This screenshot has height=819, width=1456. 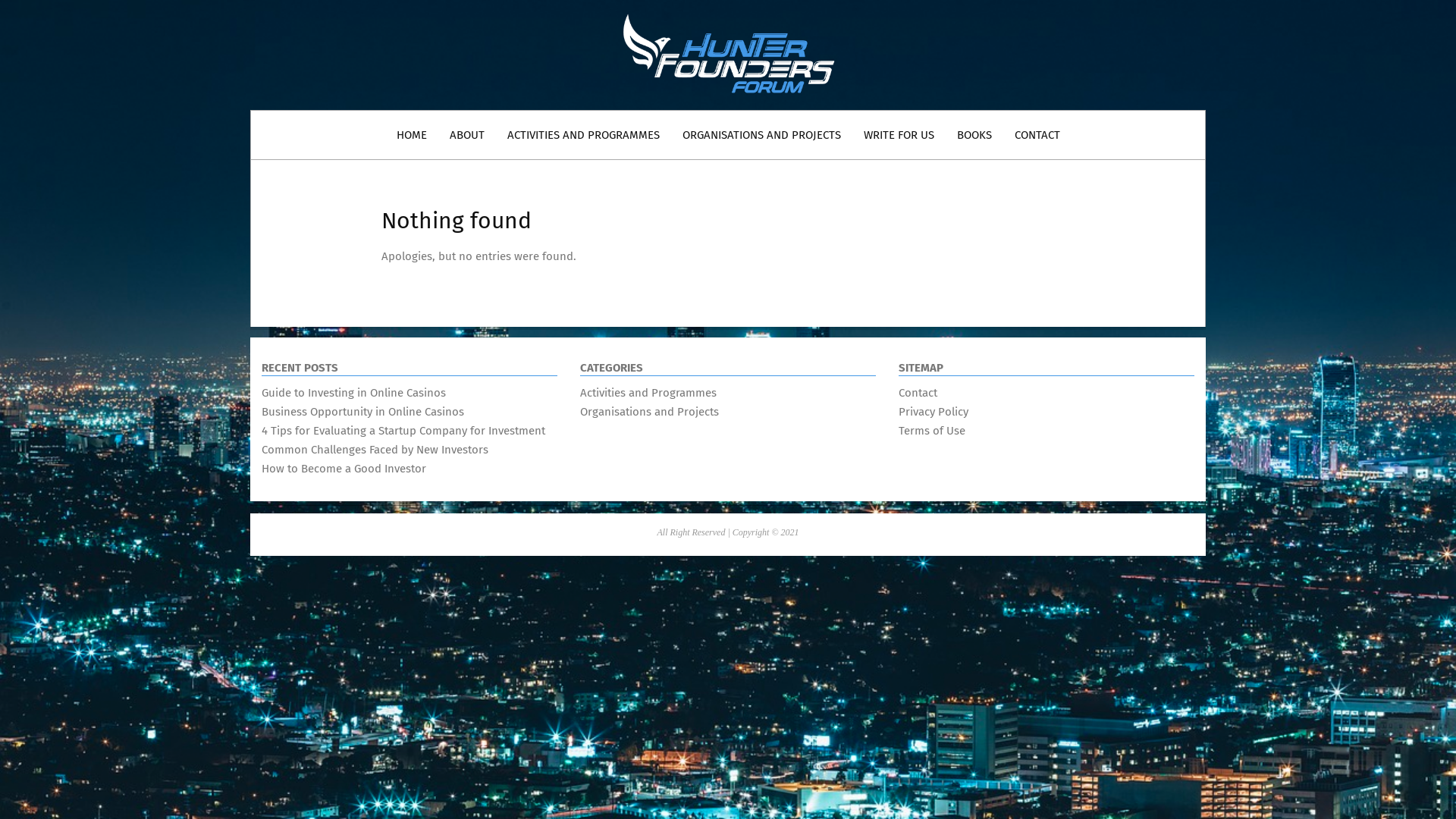 What do you see at coordinates (466, 133) in the screenshot?
I see `'ABOUT'` at bounding box center [466, 133].